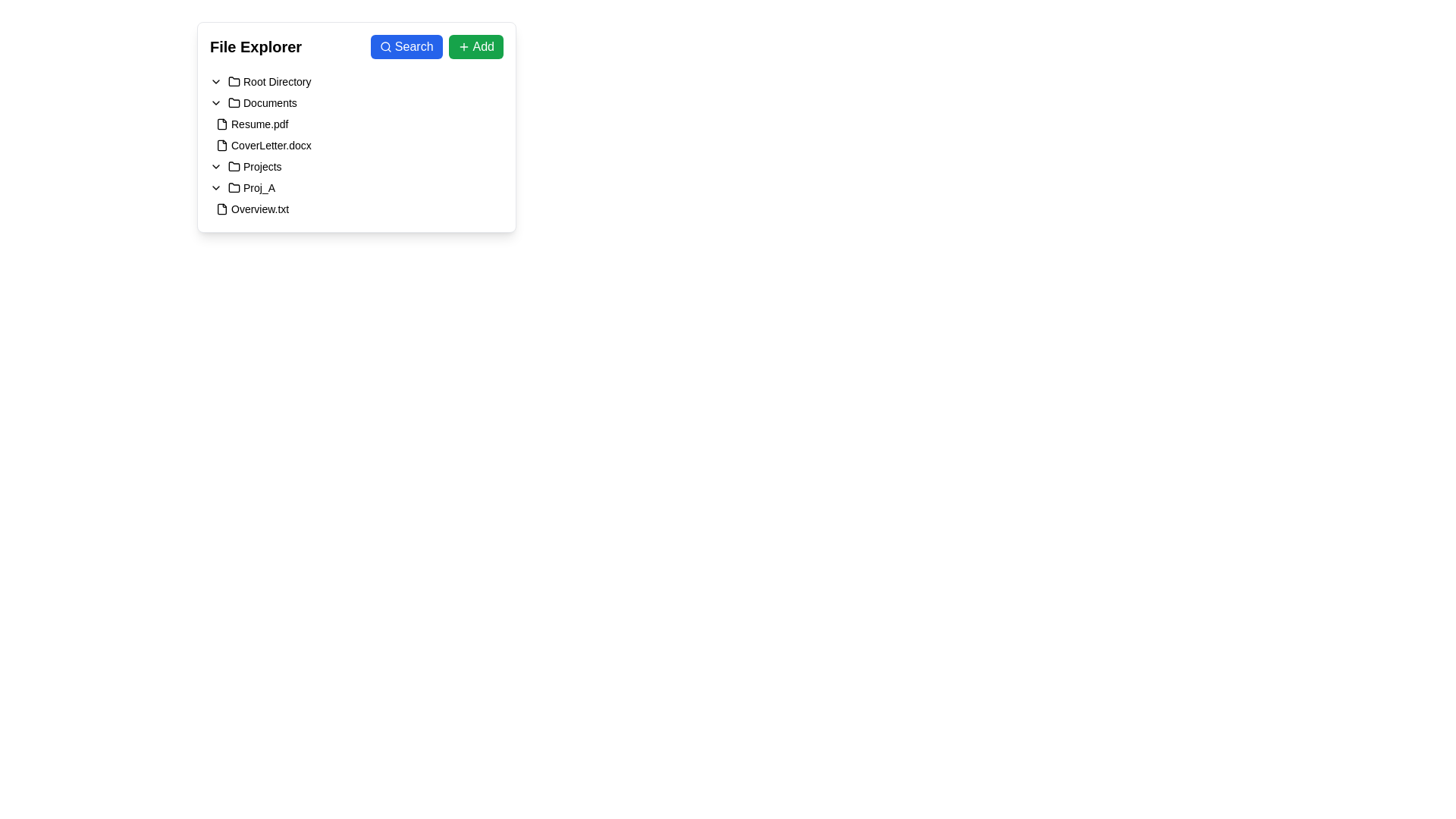 This screenshot has width=1456, height=819. What do you see at coordinates (463, 45) in the screenshot?
I see `the icon within the 'Add' button located in the top right corner of the file explorer panel` at bounding box center [463, 45].